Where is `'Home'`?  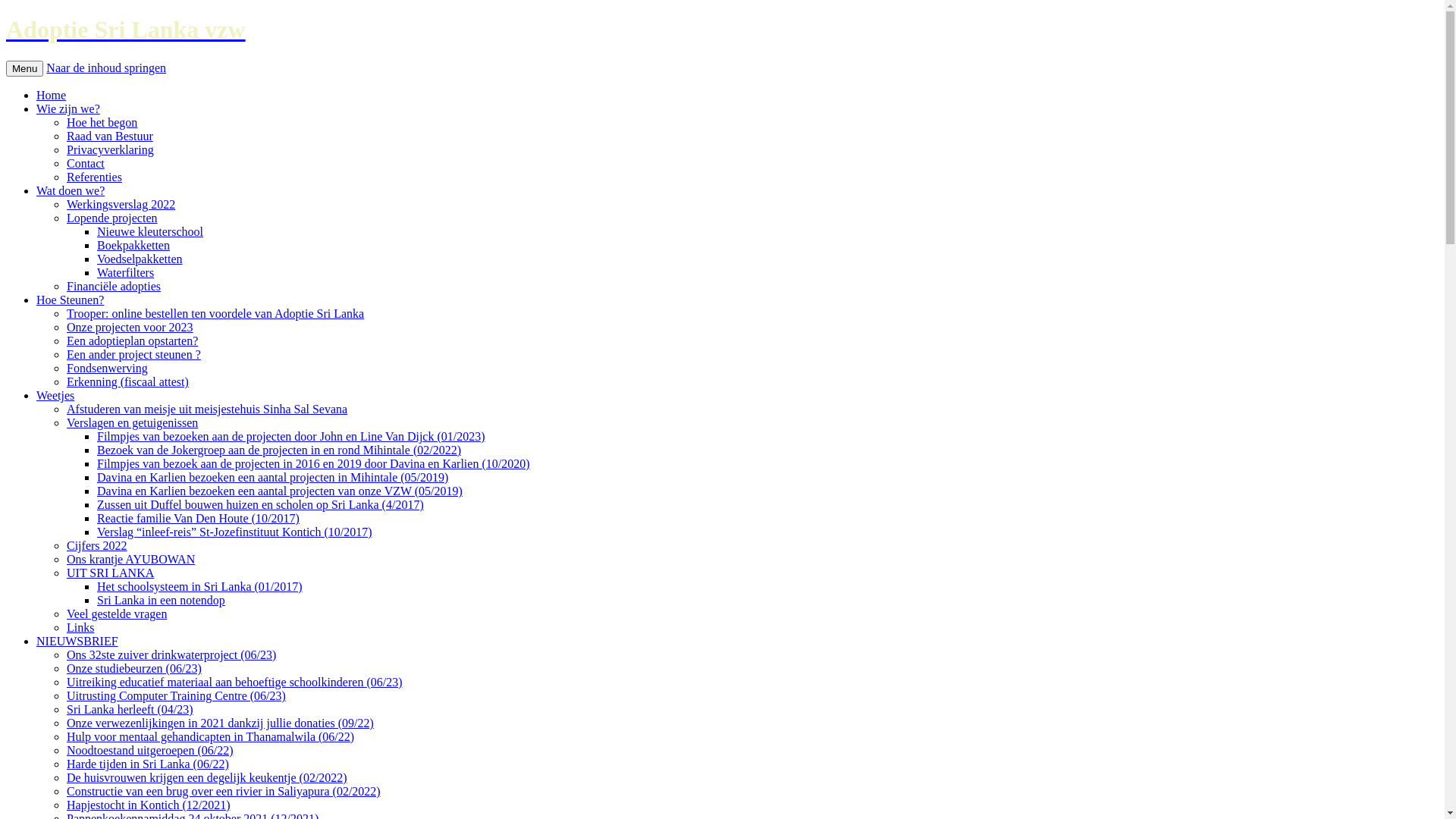
'Home' is located at coordinates (36, 95).